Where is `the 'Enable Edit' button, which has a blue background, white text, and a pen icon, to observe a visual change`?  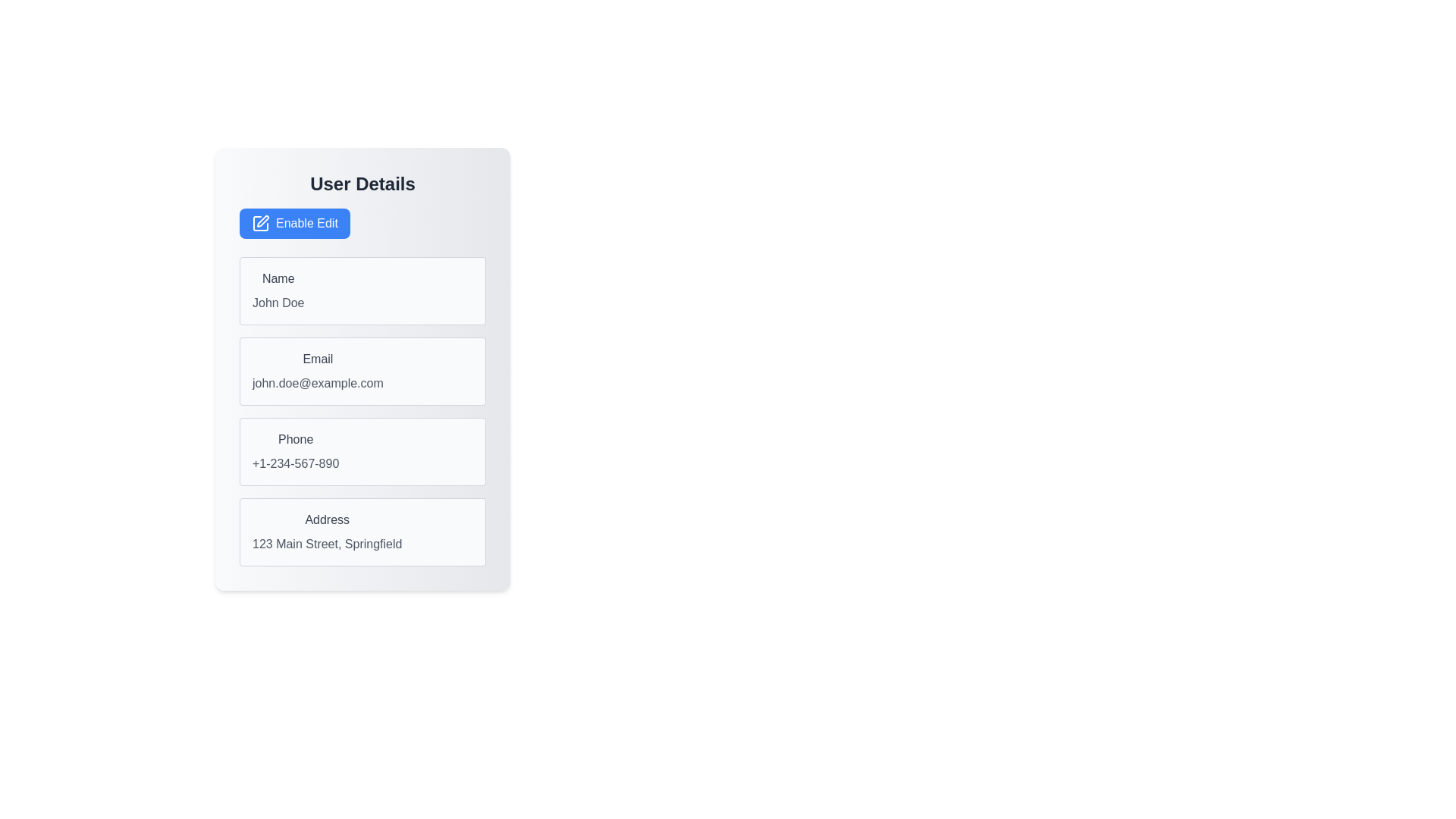
the 'Enable Edit' button, which has a blue background, white text, and a pen icon, to observe a visual change is located at coordinates (294, 223).